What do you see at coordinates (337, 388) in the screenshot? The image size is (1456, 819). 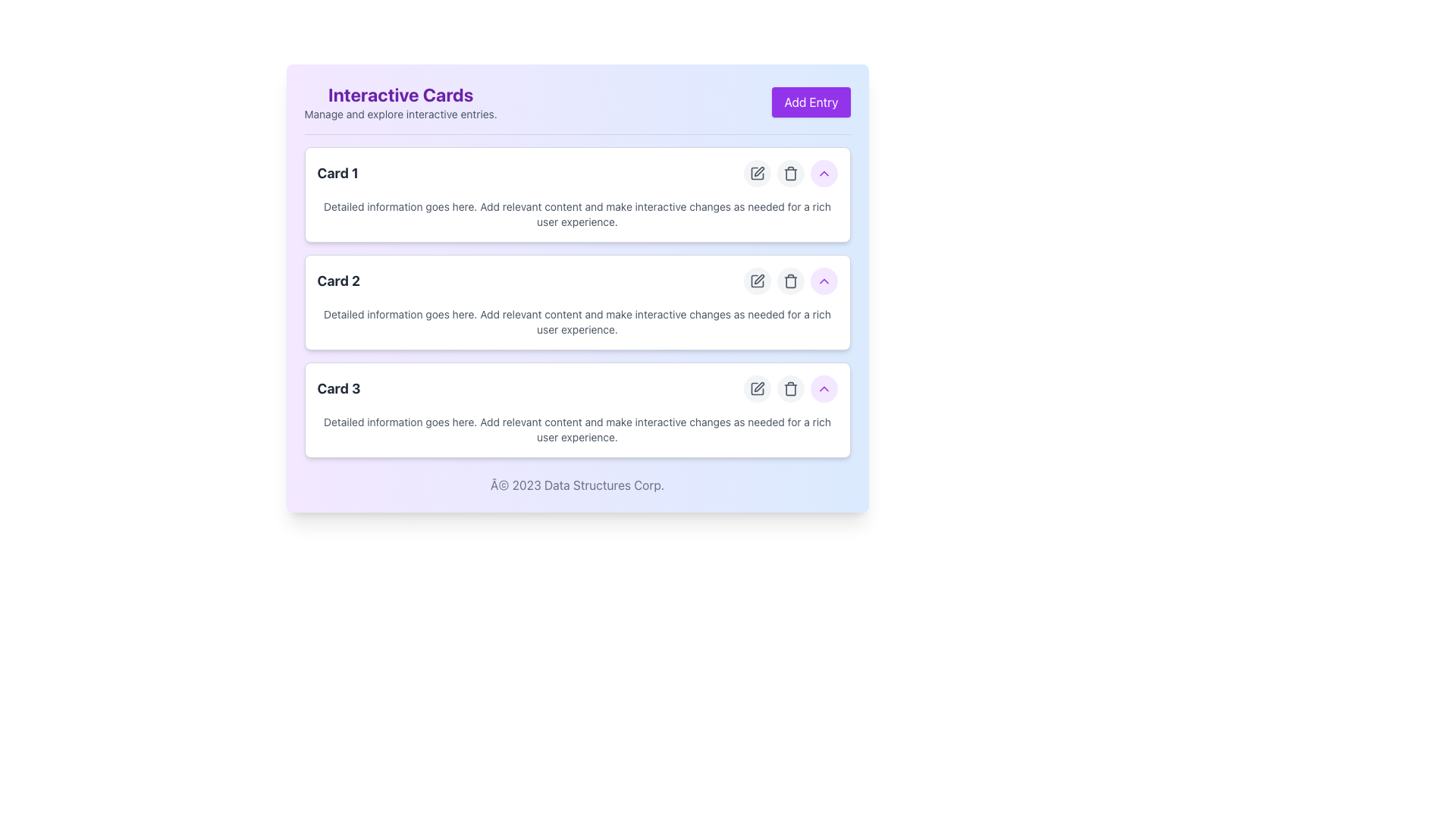 I see `text content of the title label located at the top-left section of the third card, which identifies the purpose of the card` at bounding box center [337, 388].